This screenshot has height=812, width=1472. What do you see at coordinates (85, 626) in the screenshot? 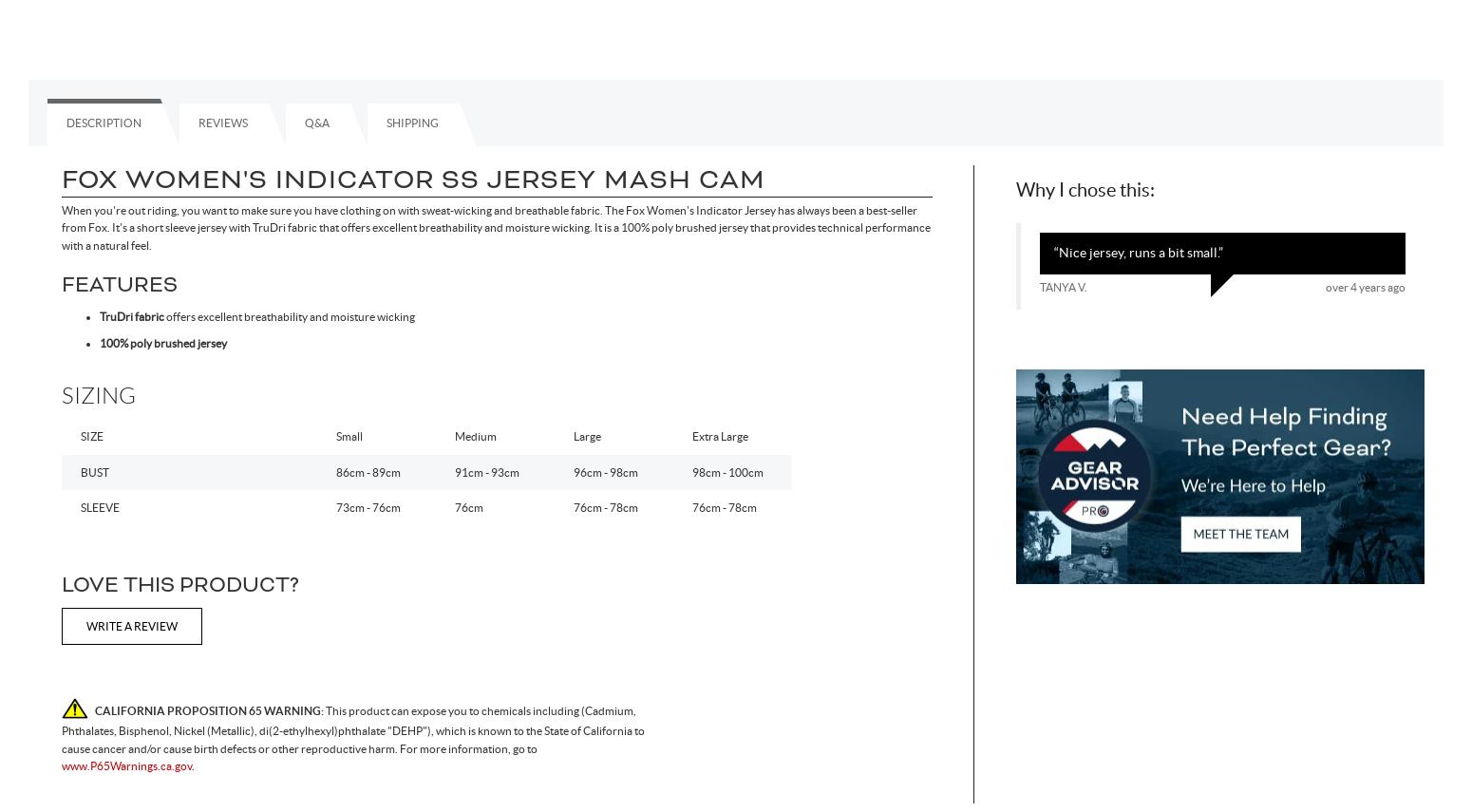
I see `'Write a review'` at bounding box center [85, 626].